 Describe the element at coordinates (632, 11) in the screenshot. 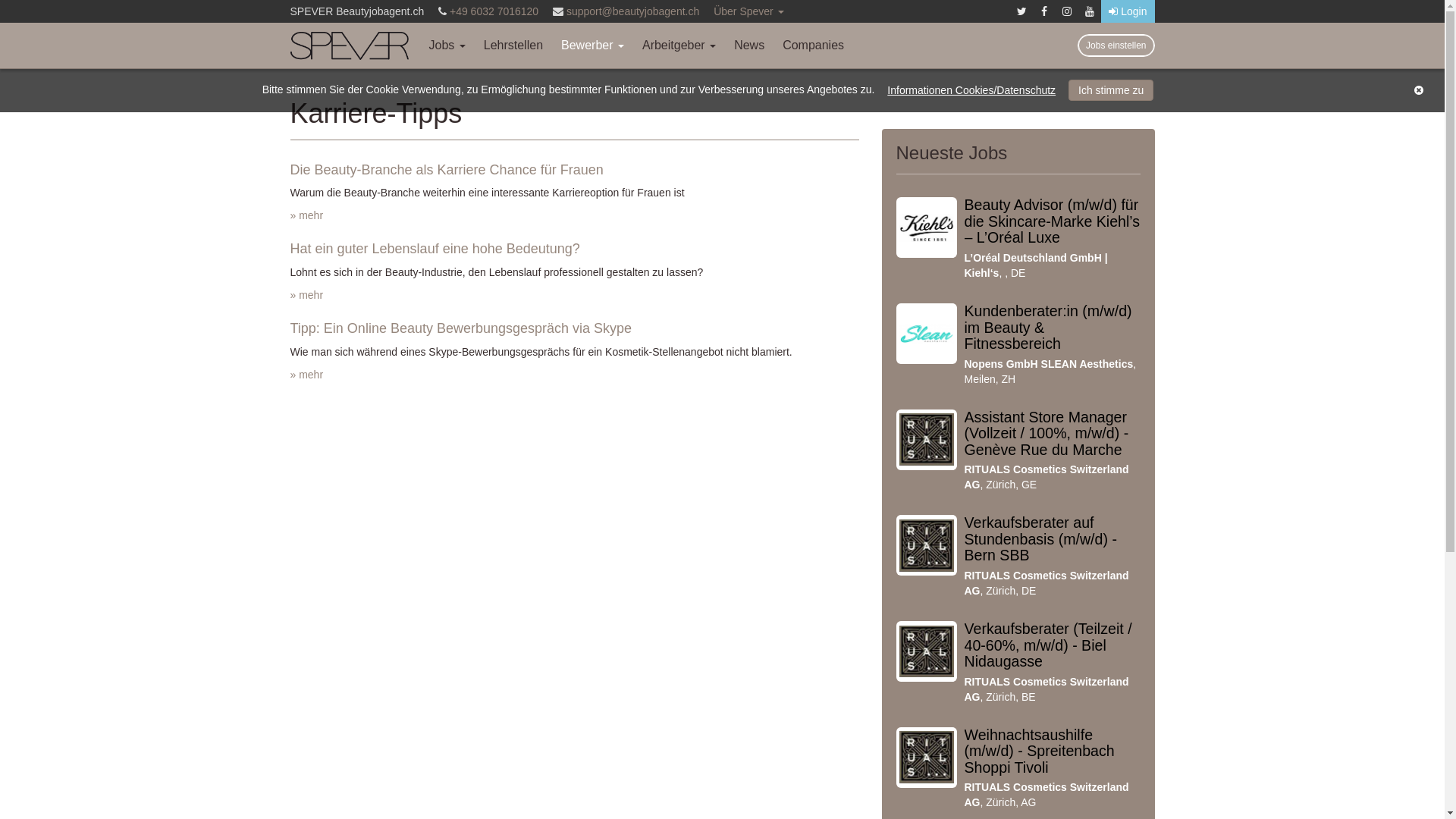

I see `'support@beautyjobagent.ch'` at that location.